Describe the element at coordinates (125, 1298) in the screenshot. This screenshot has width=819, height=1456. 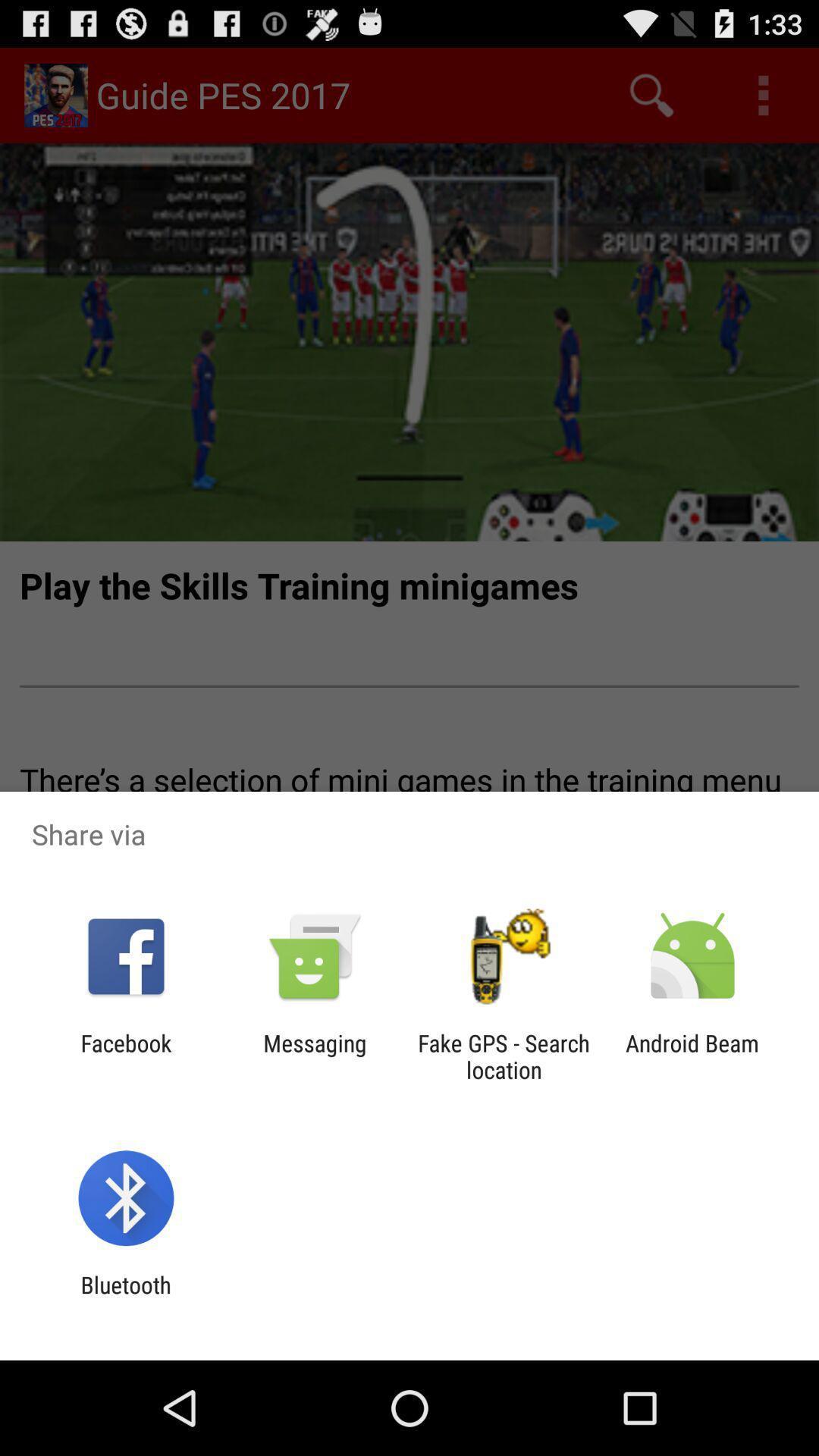
I see `the bluetooth` at that location.